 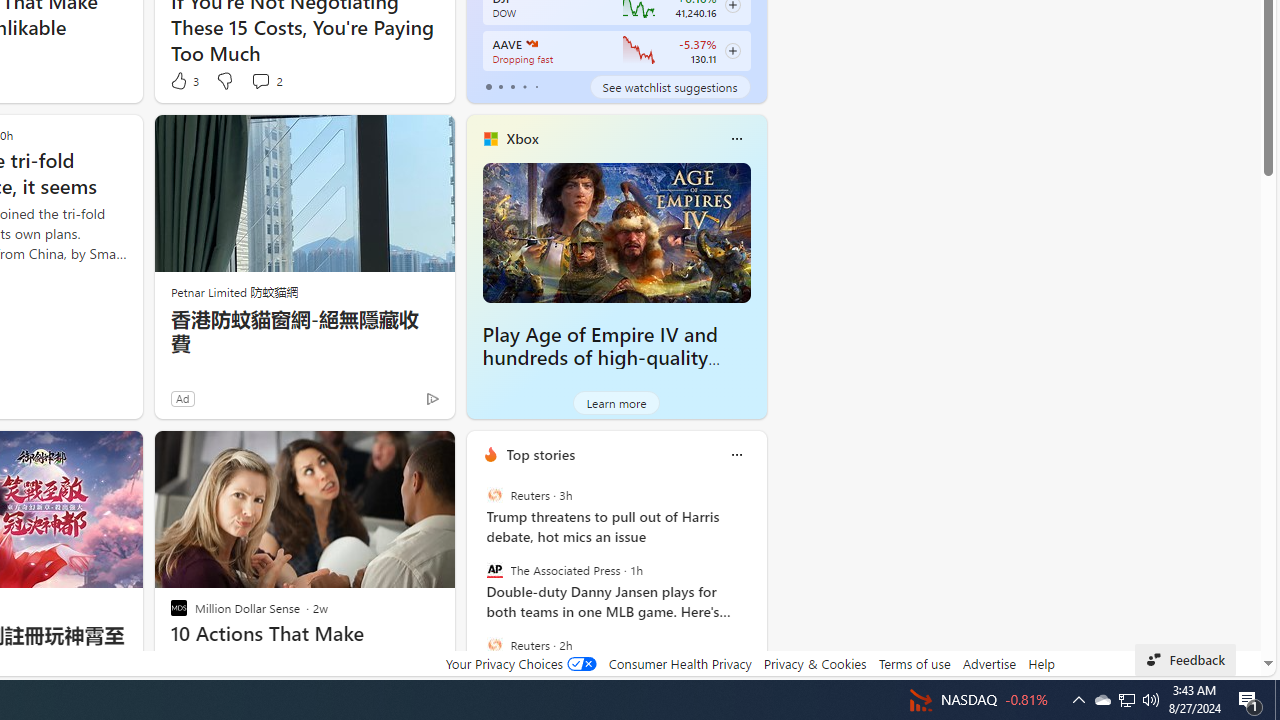 I want to click on 'tab-4', so click(x=536, y=86).